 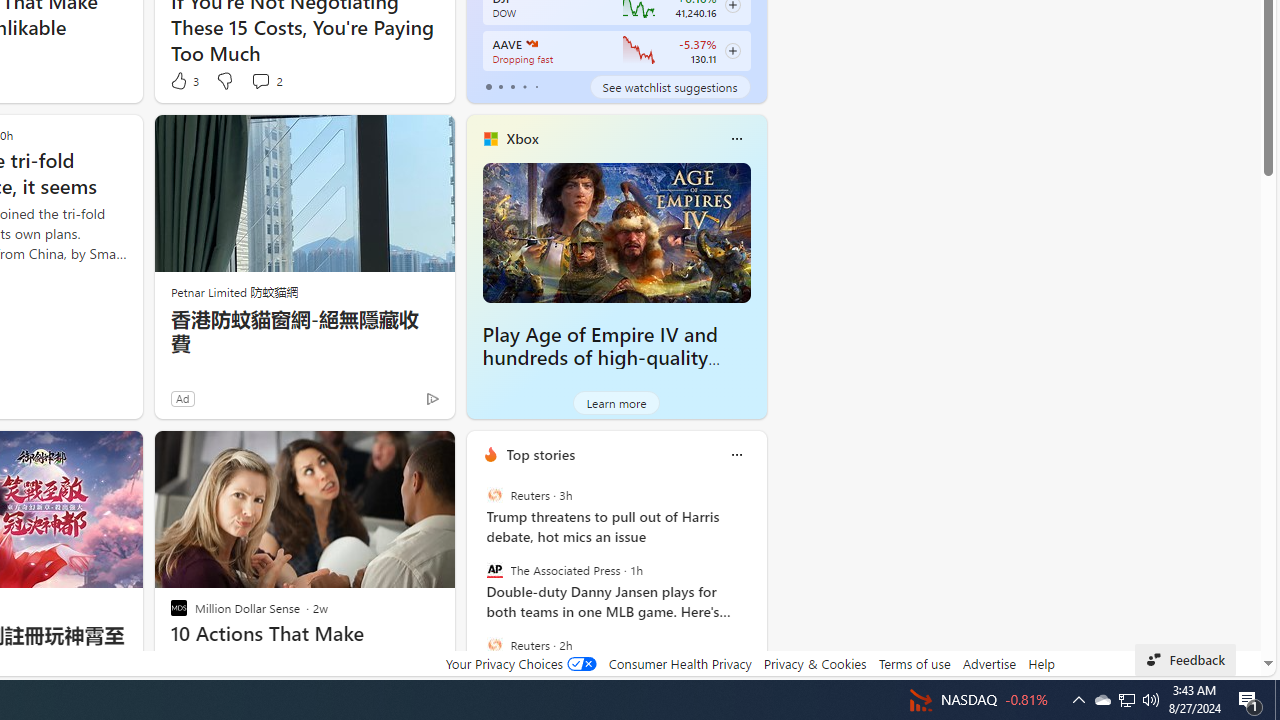 I want to click on 'tab-4', so click(x=536, y=86).